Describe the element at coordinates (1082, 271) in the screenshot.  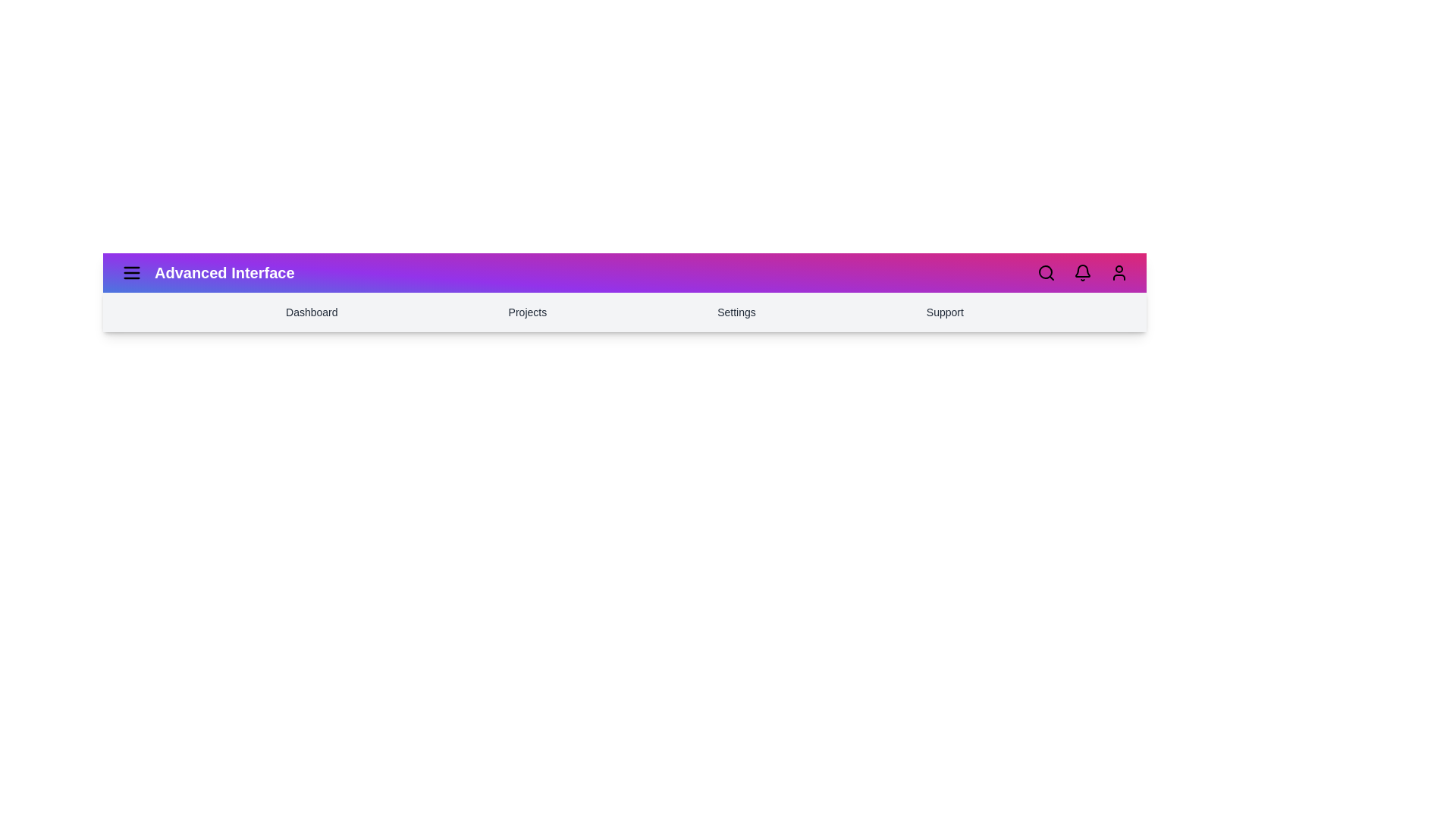
I see `the 'Bell' icon to view notifications` at that location.